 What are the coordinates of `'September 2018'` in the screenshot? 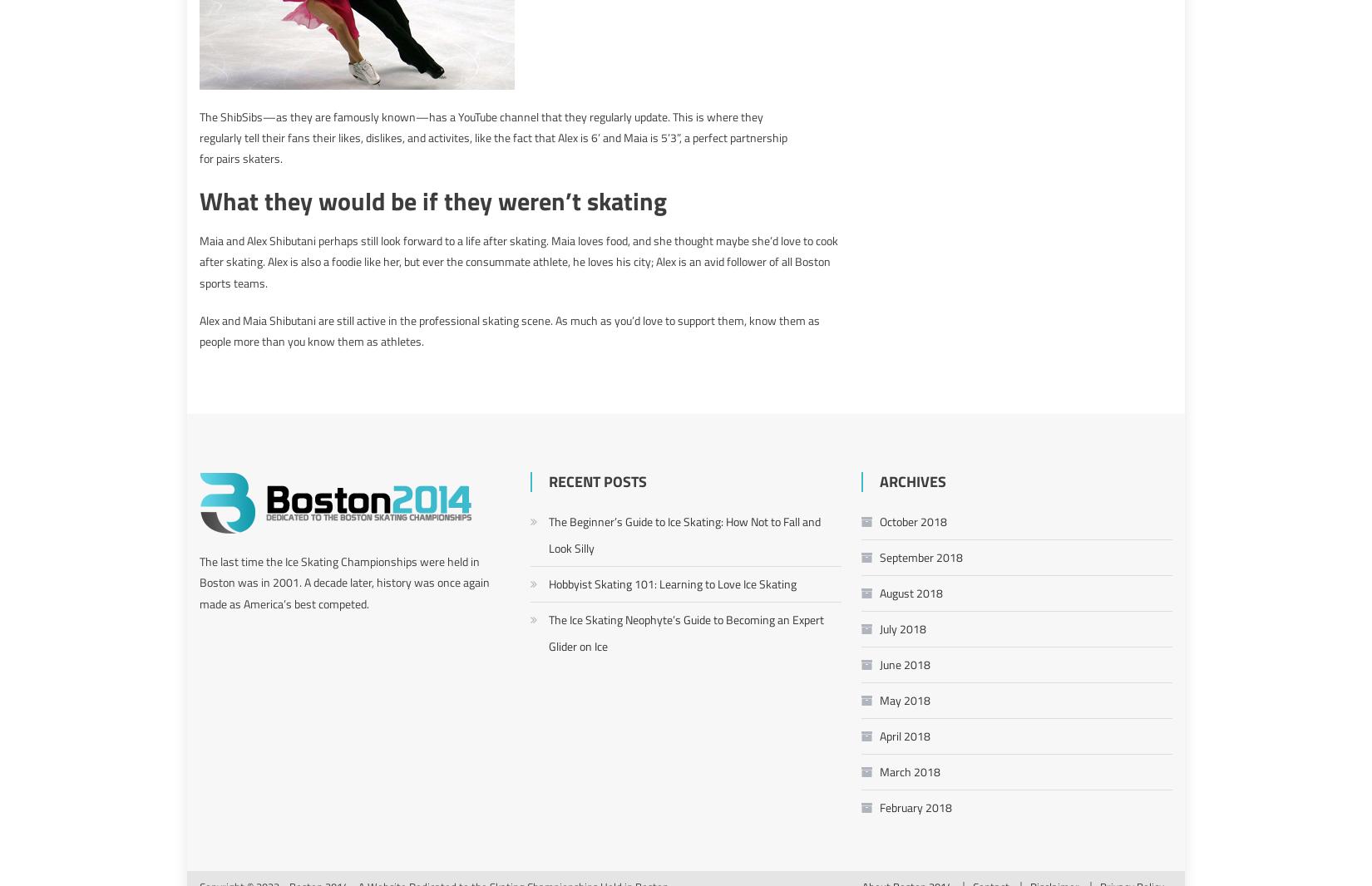 It's located at (920, 555).